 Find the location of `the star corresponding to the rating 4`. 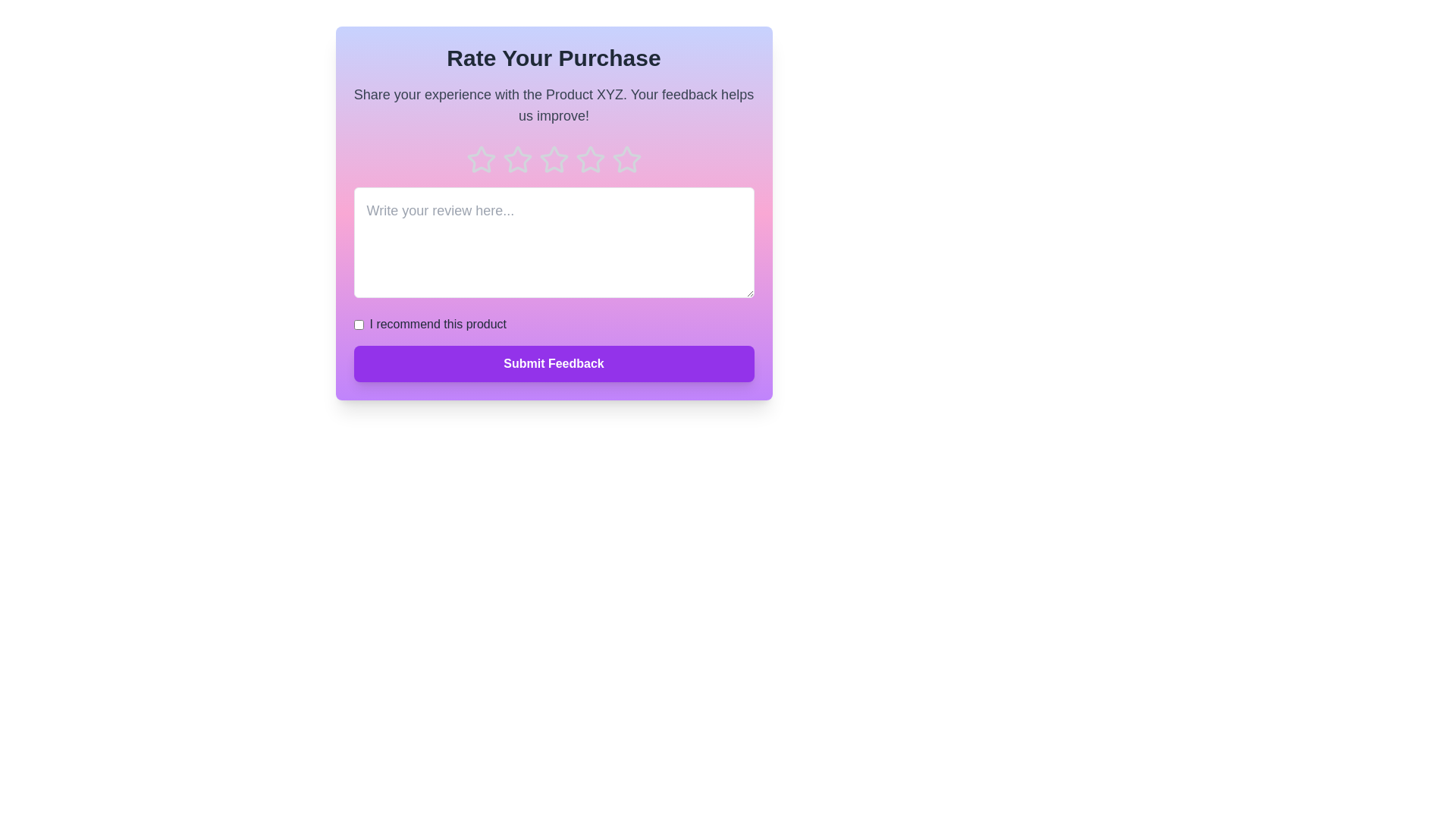

the star corresponding to the rating 4 is located at coordinates (589, 160).